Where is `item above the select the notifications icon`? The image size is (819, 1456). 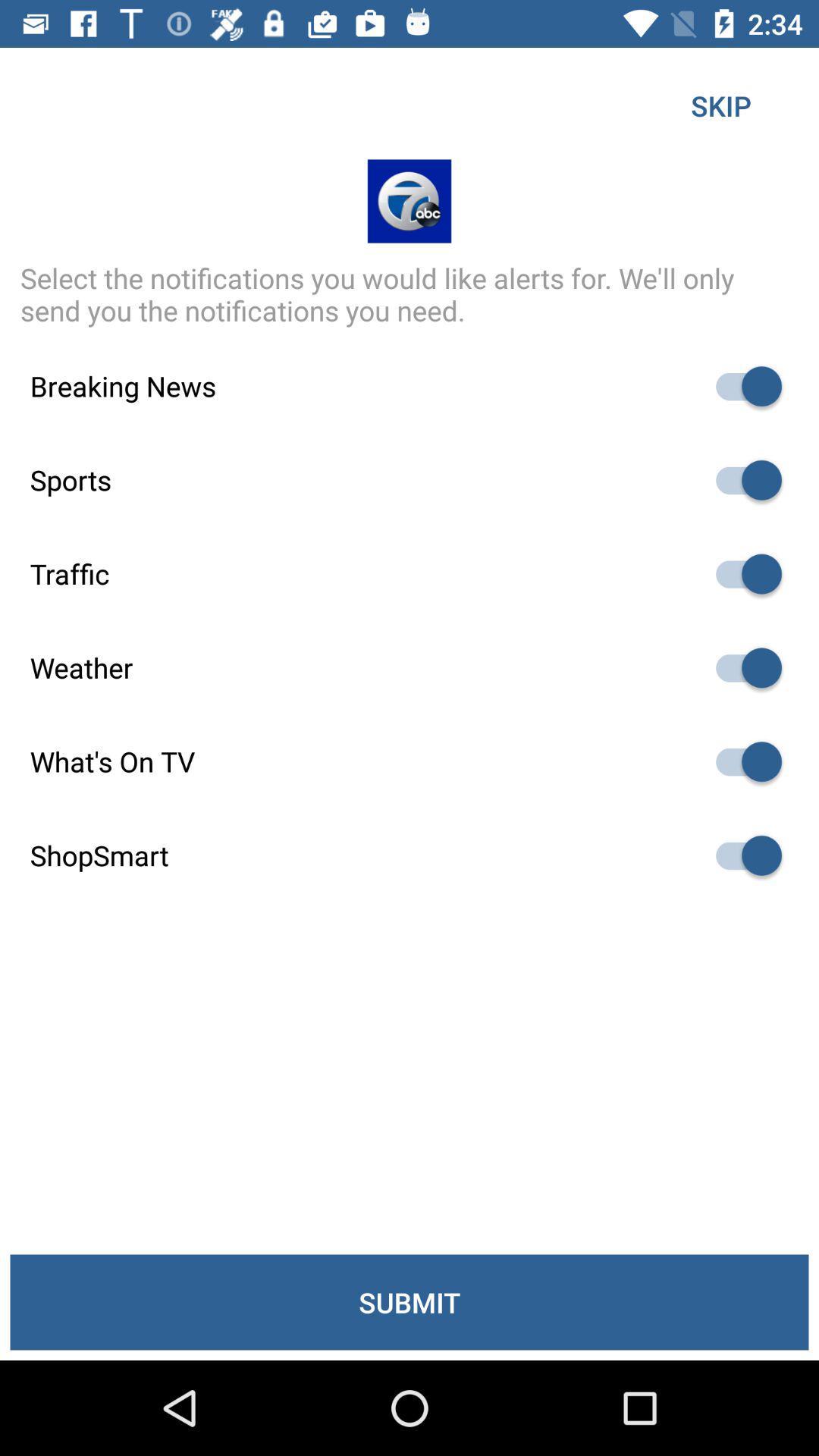 item above the select the notifications icon is located at coordinates (720, 105).